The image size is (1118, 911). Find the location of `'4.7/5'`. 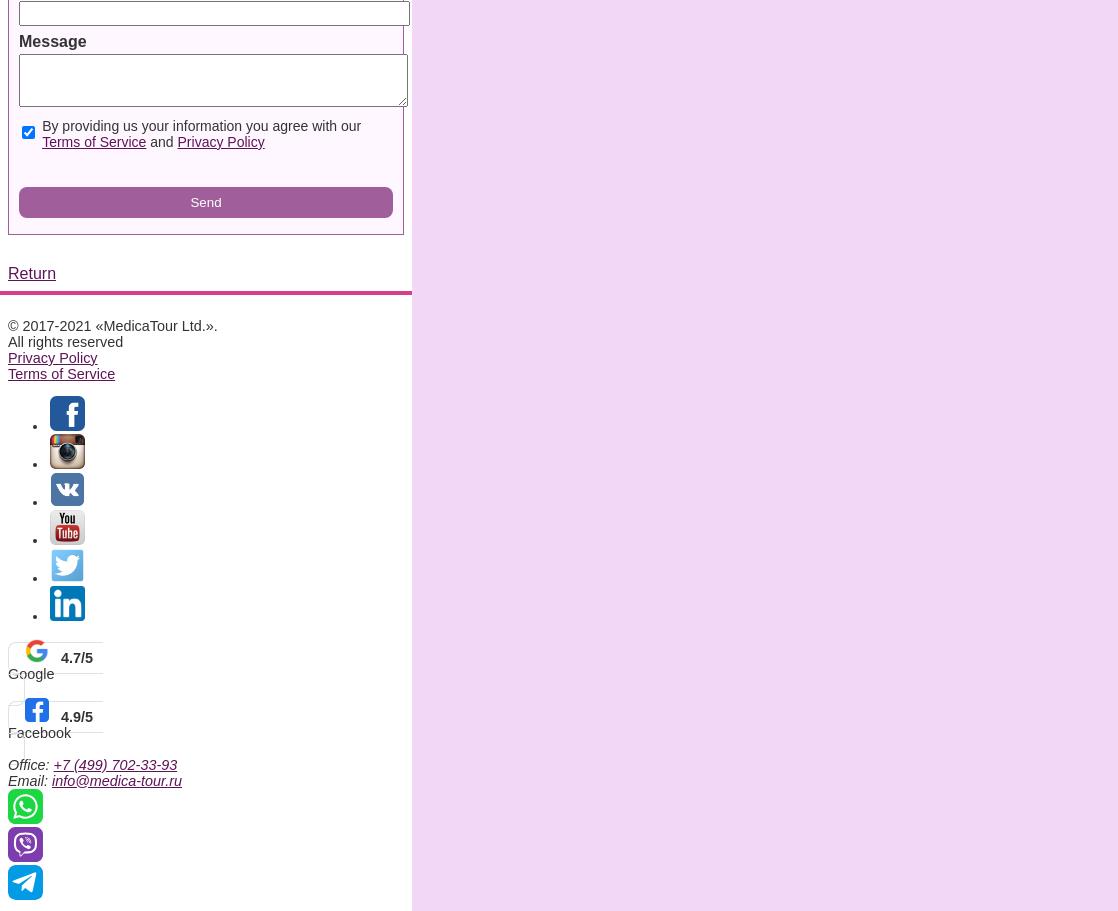

'4.7/5' is located at coordinates (77, 657).